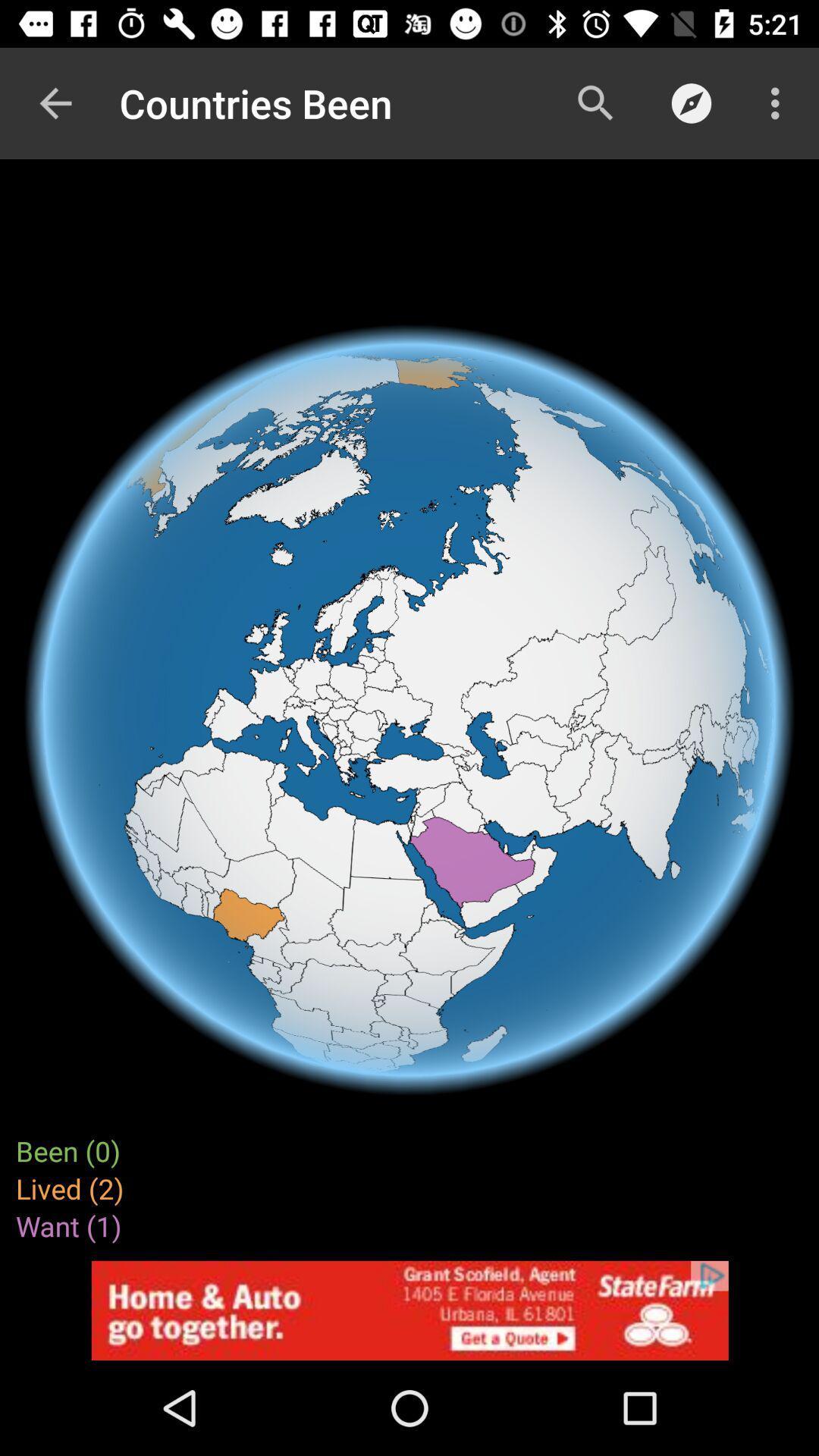 The image size is (819, 1456). Describe the element at coordinates (409, 1310) in the screenshot. I see `space where you access advertising` at that location.